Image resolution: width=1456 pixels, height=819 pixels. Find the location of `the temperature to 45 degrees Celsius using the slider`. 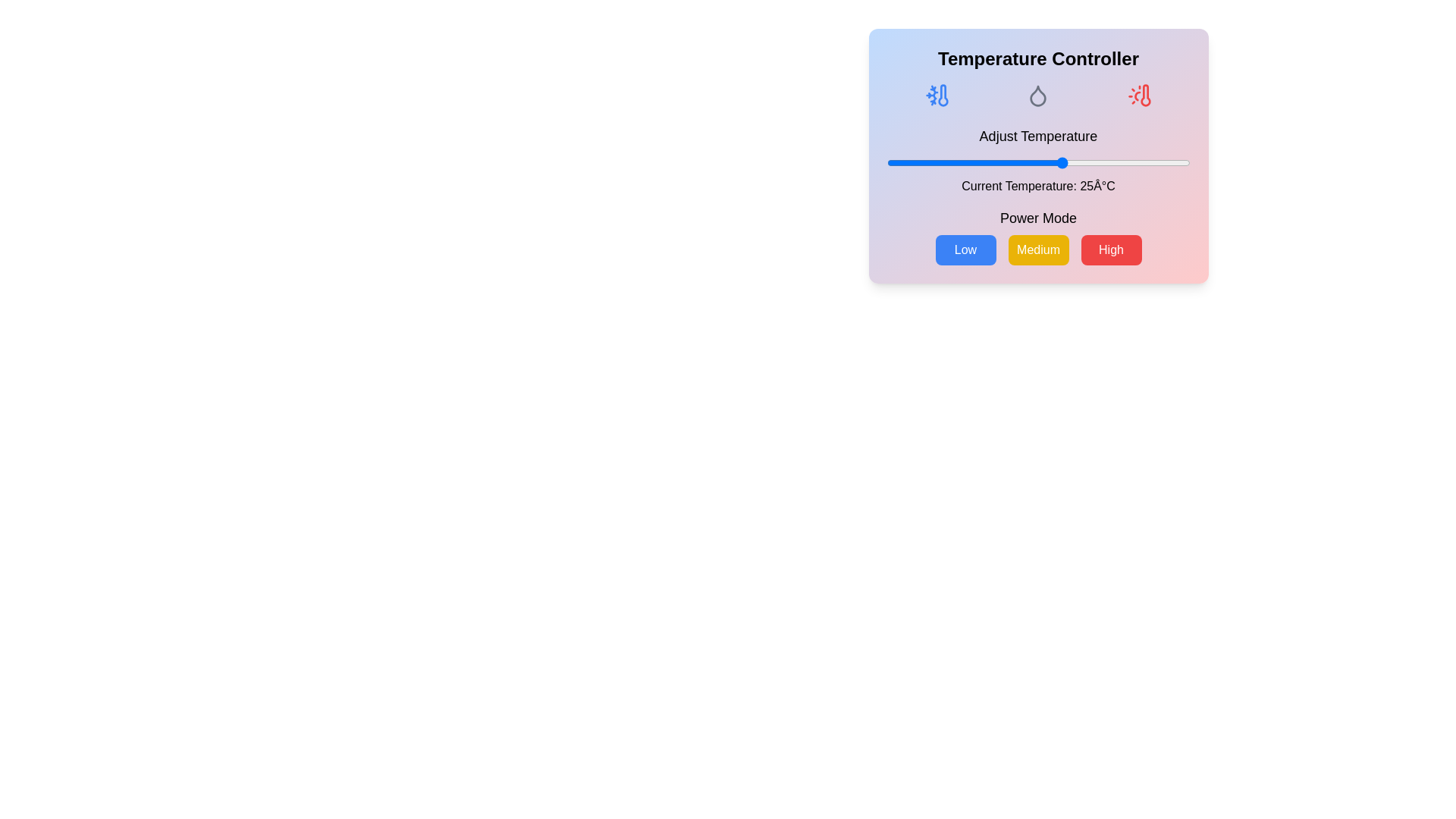

the temperature to 45 degrees Celsius using the slider is located at coordinates (1164, 163).